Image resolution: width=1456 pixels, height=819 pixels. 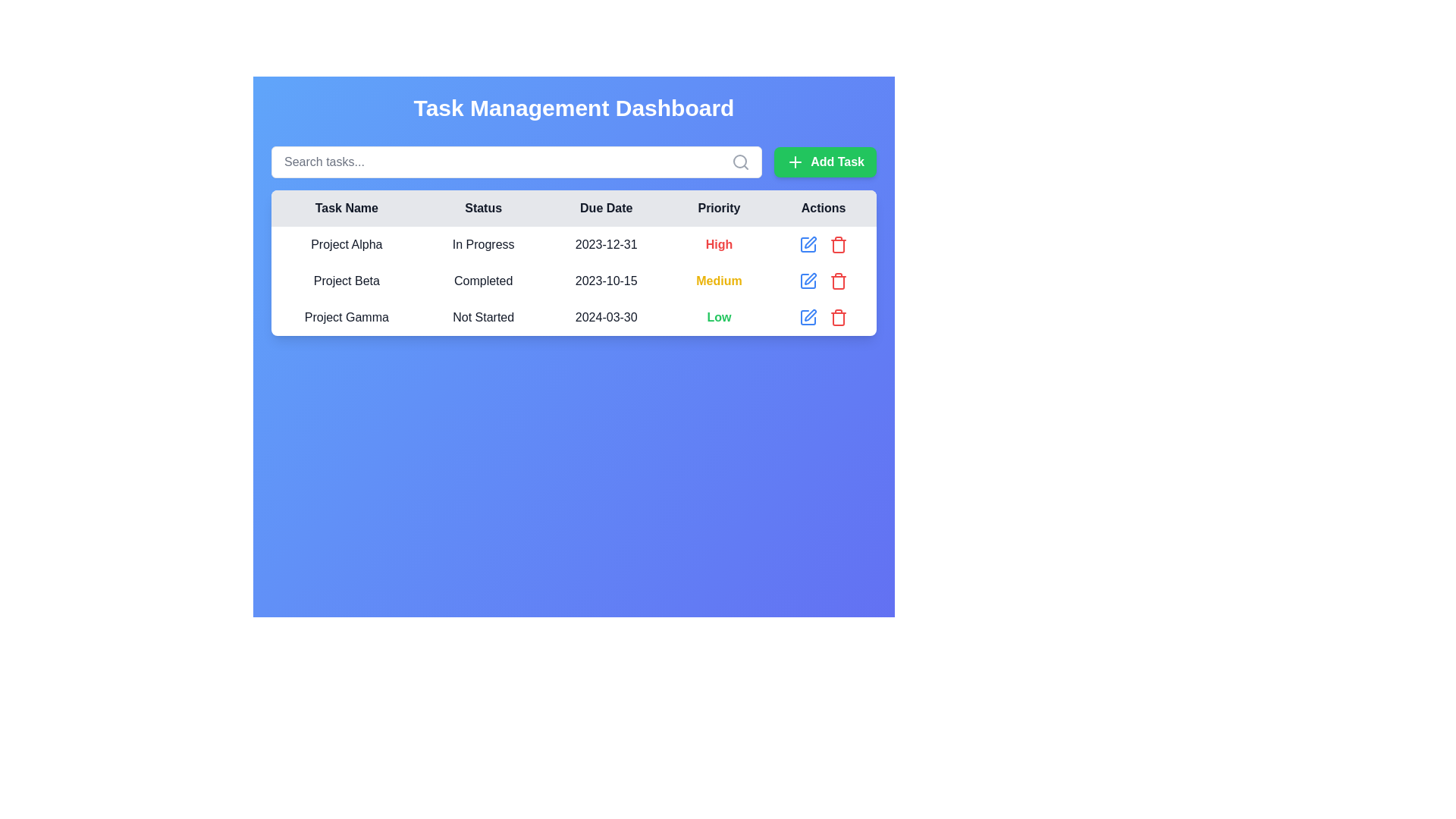 I want to click on the entire trash icon in the last row of the Actions column to perform the delete action, so click(x=838, y=245).